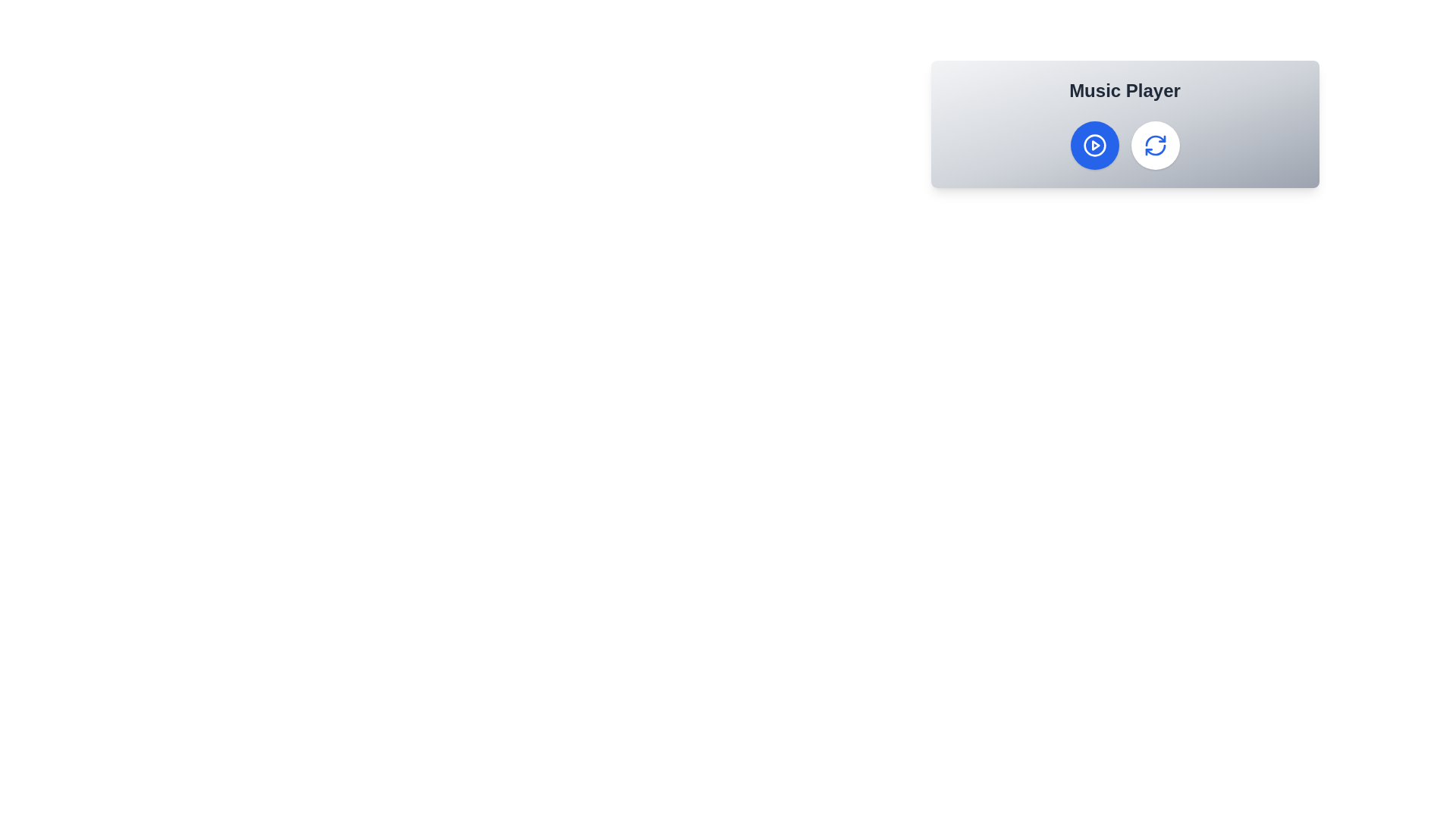  I want to click on the play button located in the top-right toolbar to initiate playing an audio or video file, so click(1094, 146).